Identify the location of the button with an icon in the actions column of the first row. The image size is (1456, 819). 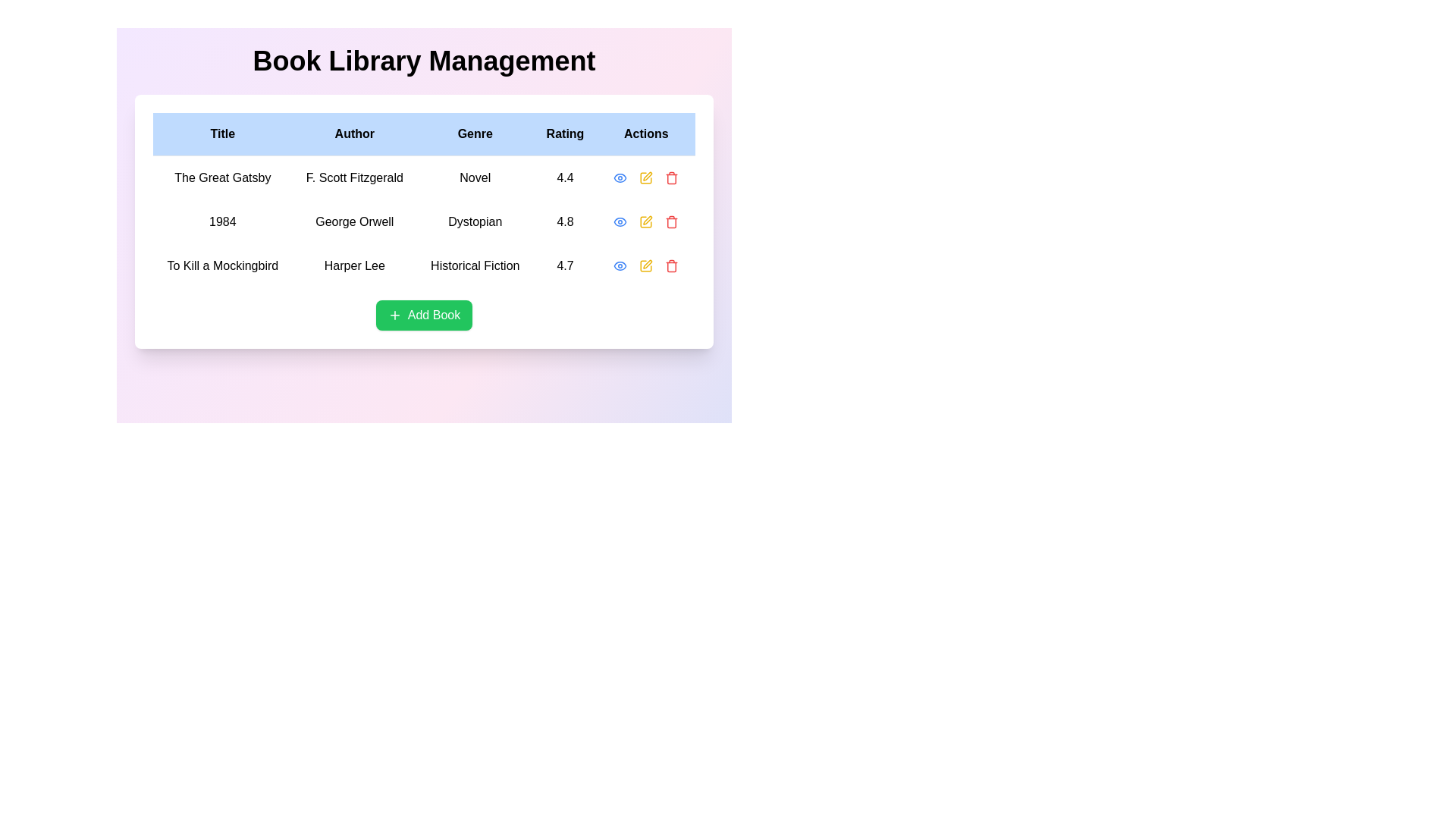
(620, 177).